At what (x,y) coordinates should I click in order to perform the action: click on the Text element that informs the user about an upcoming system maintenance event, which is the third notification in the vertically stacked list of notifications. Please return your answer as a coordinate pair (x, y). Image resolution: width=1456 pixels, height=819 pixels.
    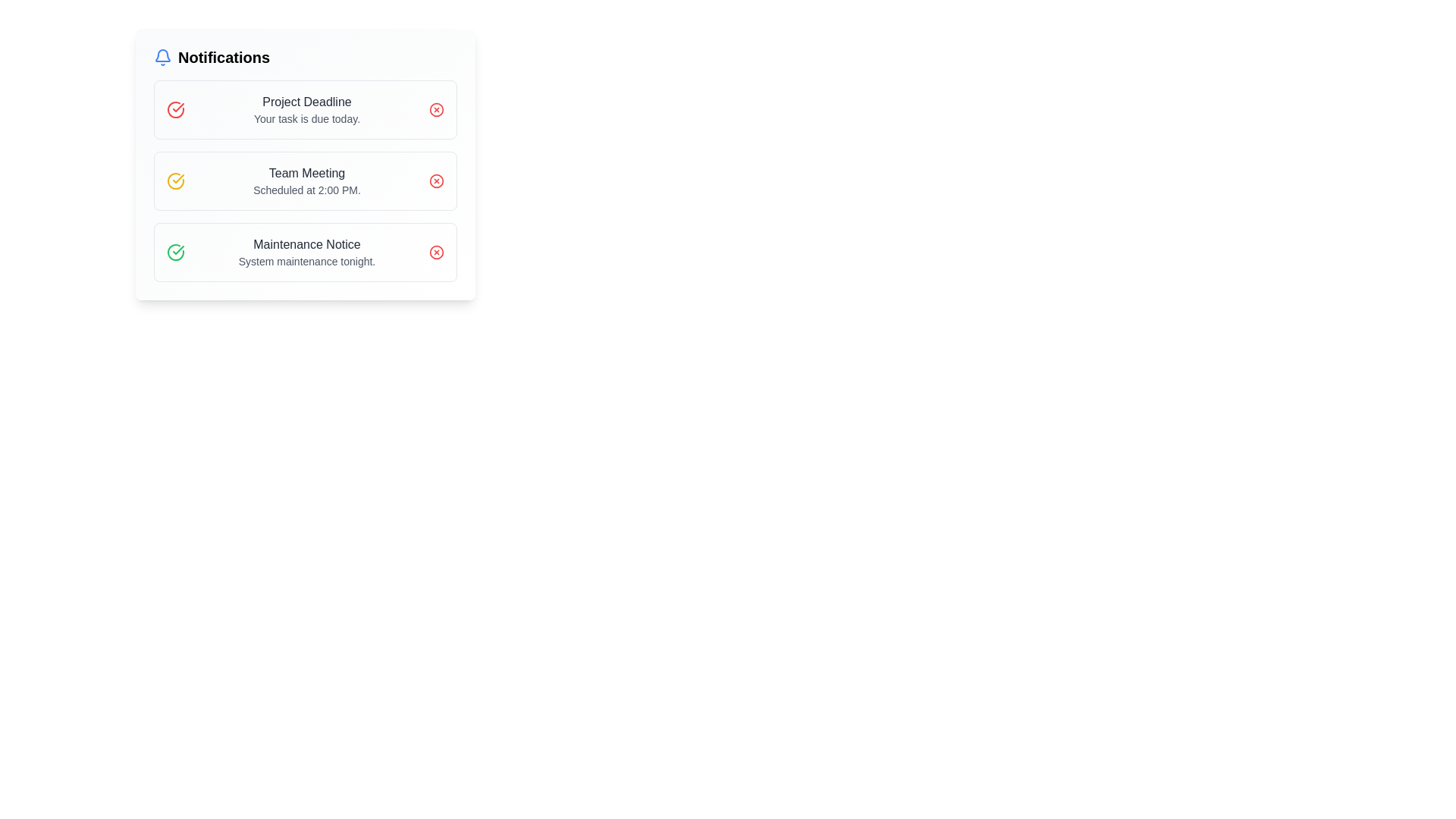
    Looking at the image, I should click on (306, 251).